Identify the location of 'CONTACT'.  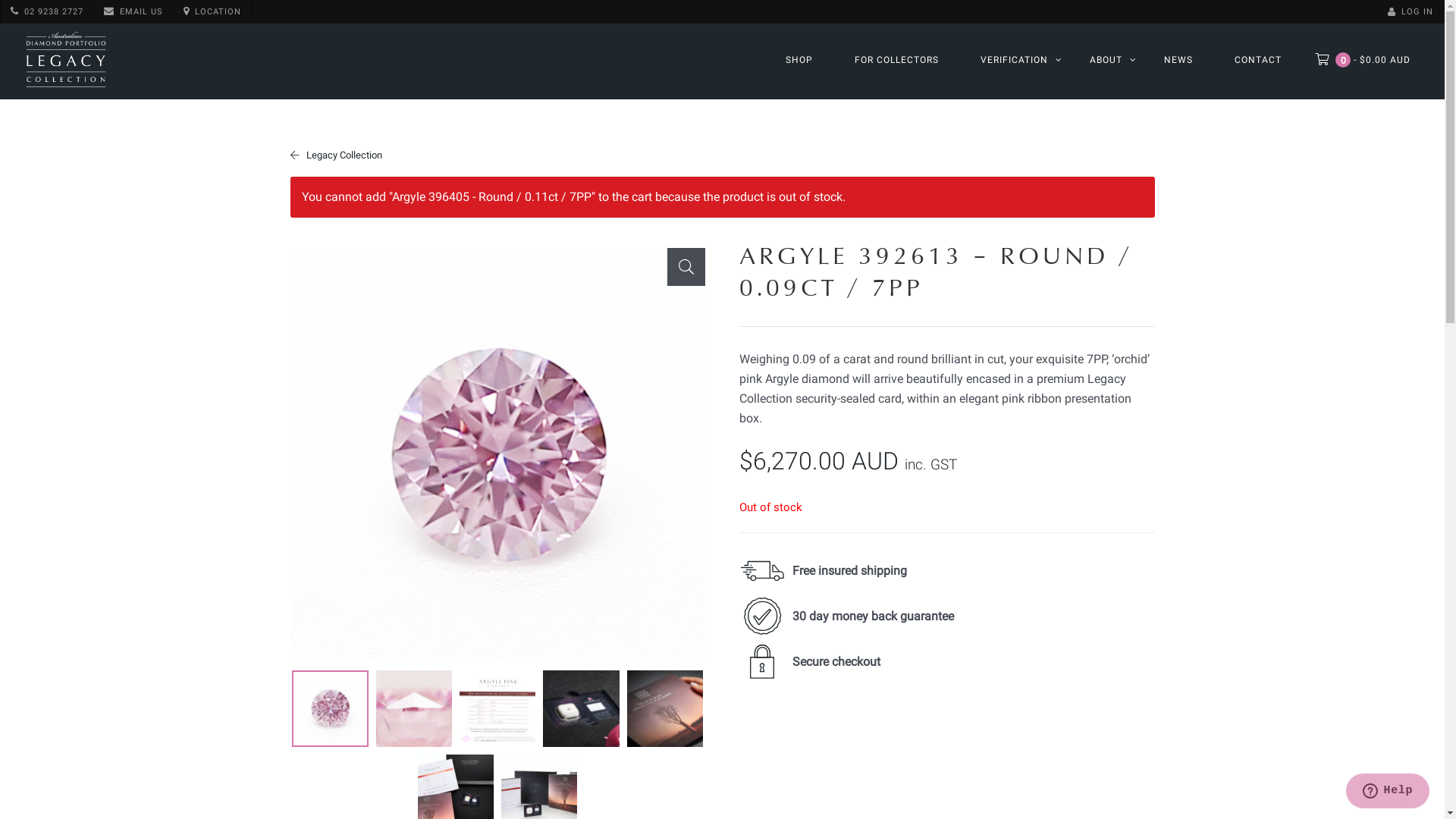
(1258, 58).